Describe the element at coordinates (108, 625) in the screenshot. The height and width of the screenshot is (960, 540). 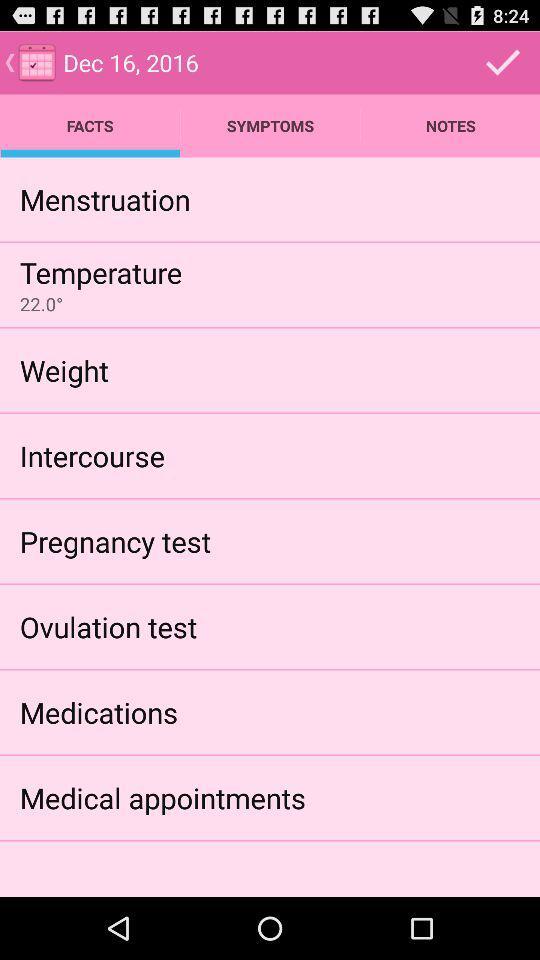
I see `ovulation test app` at that location.